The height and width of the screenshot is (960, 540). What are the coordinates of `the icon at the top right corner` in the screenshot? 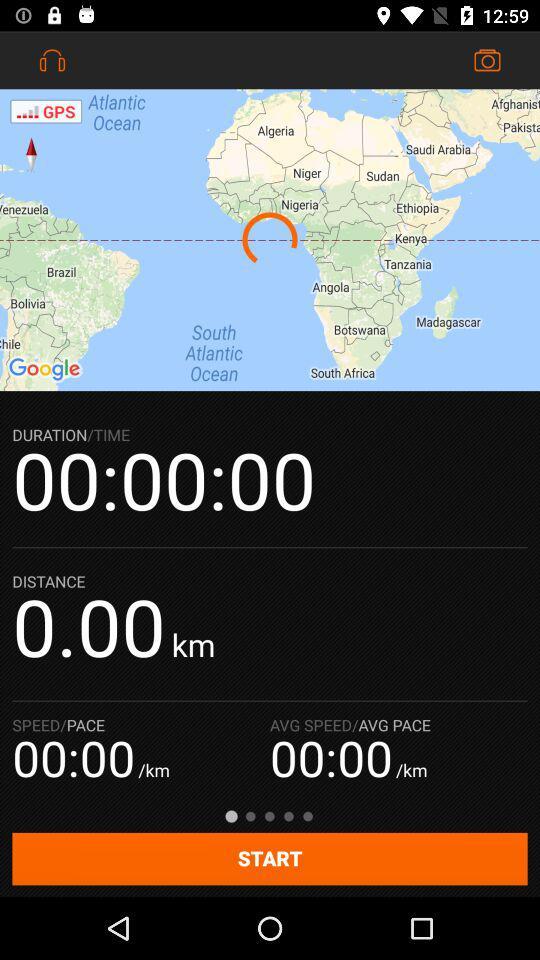 It's located at (486, 59).